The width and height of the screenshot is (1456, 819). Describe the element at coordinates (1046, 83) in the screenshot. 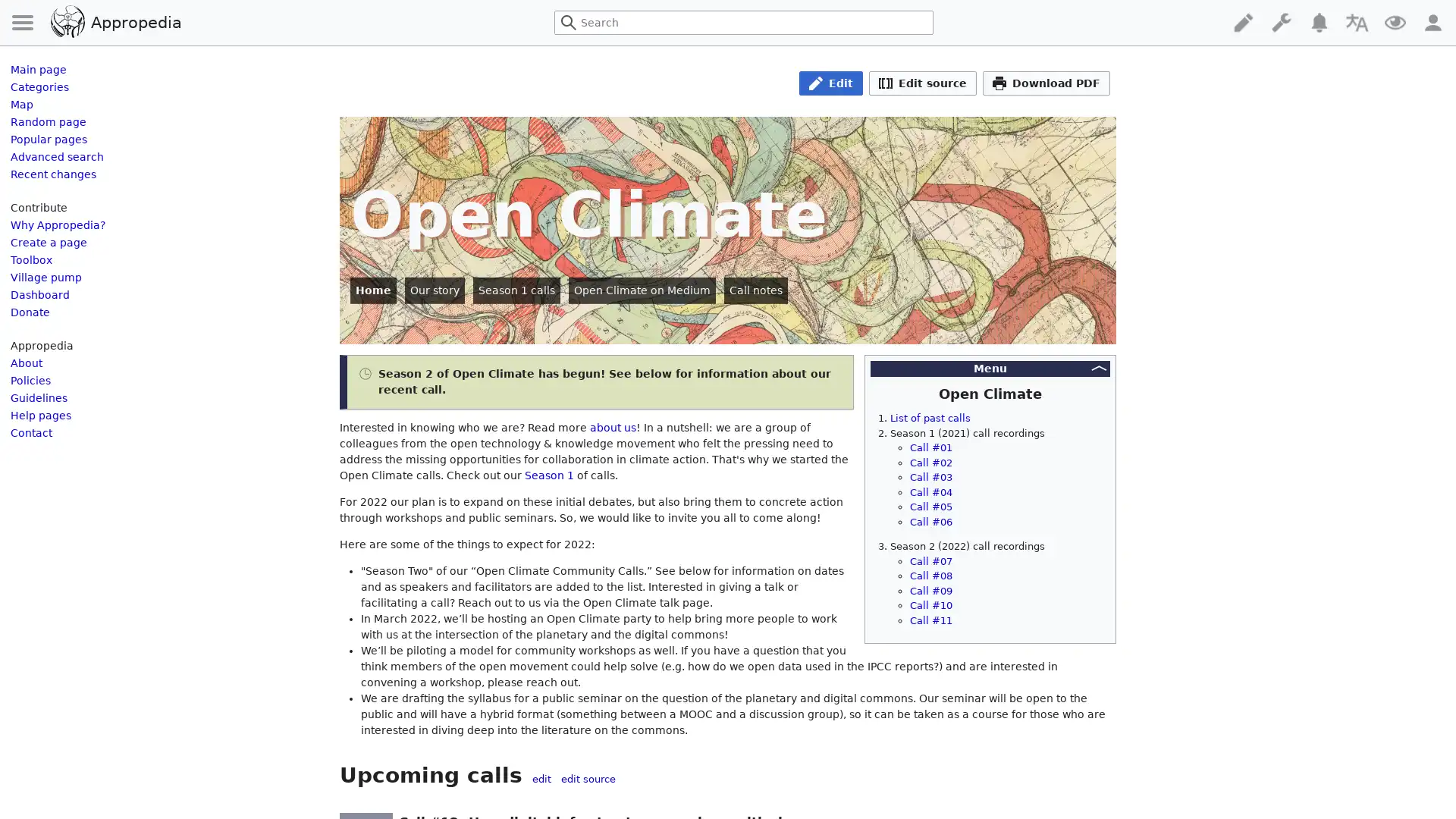

I see `Download PDF` at that location.